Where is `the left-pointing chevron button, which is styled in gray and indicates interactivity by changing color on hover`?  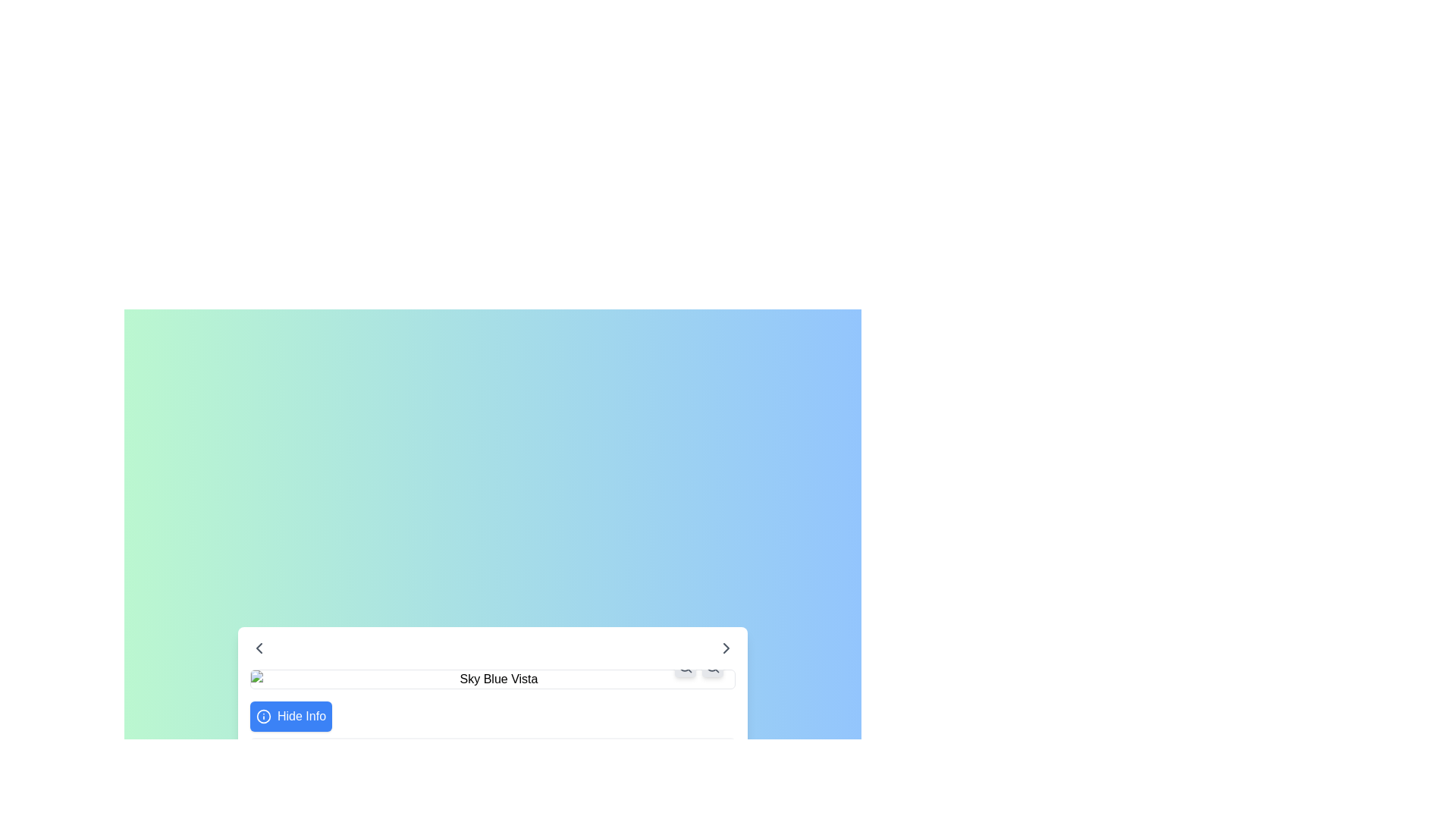
the left-pointing chevron button, which is styled in gray and indicates interactivity by changing color on hover is located at coordinates (259, 648).